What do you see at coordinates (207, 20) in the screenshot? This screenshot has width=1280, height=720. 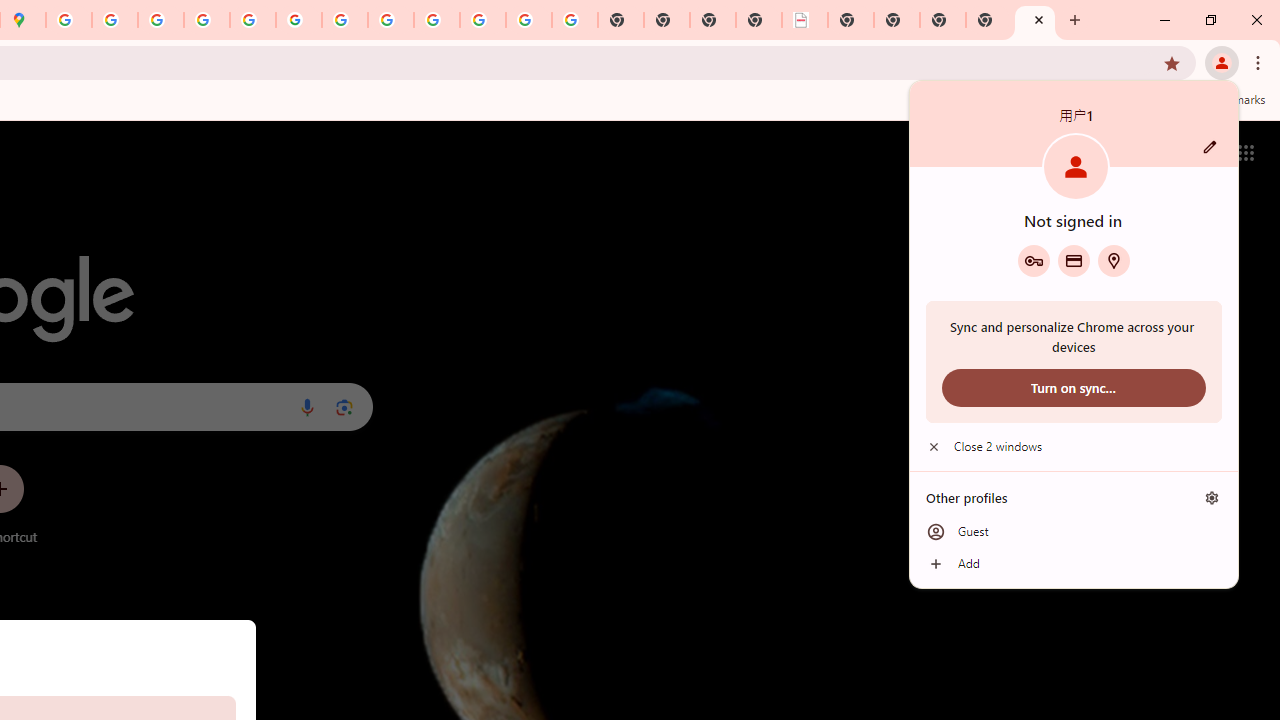 I see `'Privacy Help Center - Policies Help'` at bounding box center [207, 20].